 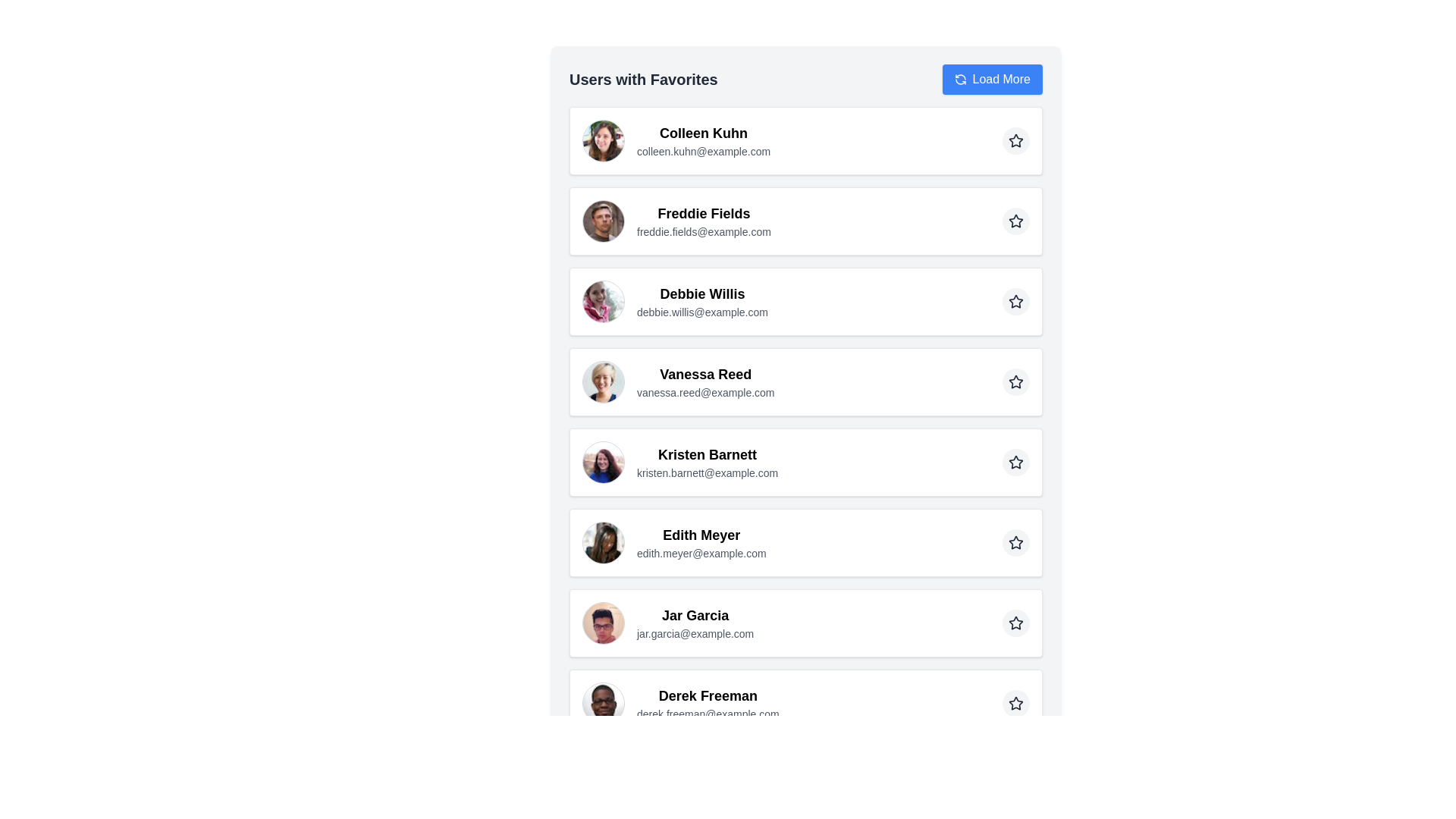 What do you see at coordinates (1015, 704) in the screenshot?
I see `the star icon located in the top-right corner of the user information card` at bounding box center [1015, 704].